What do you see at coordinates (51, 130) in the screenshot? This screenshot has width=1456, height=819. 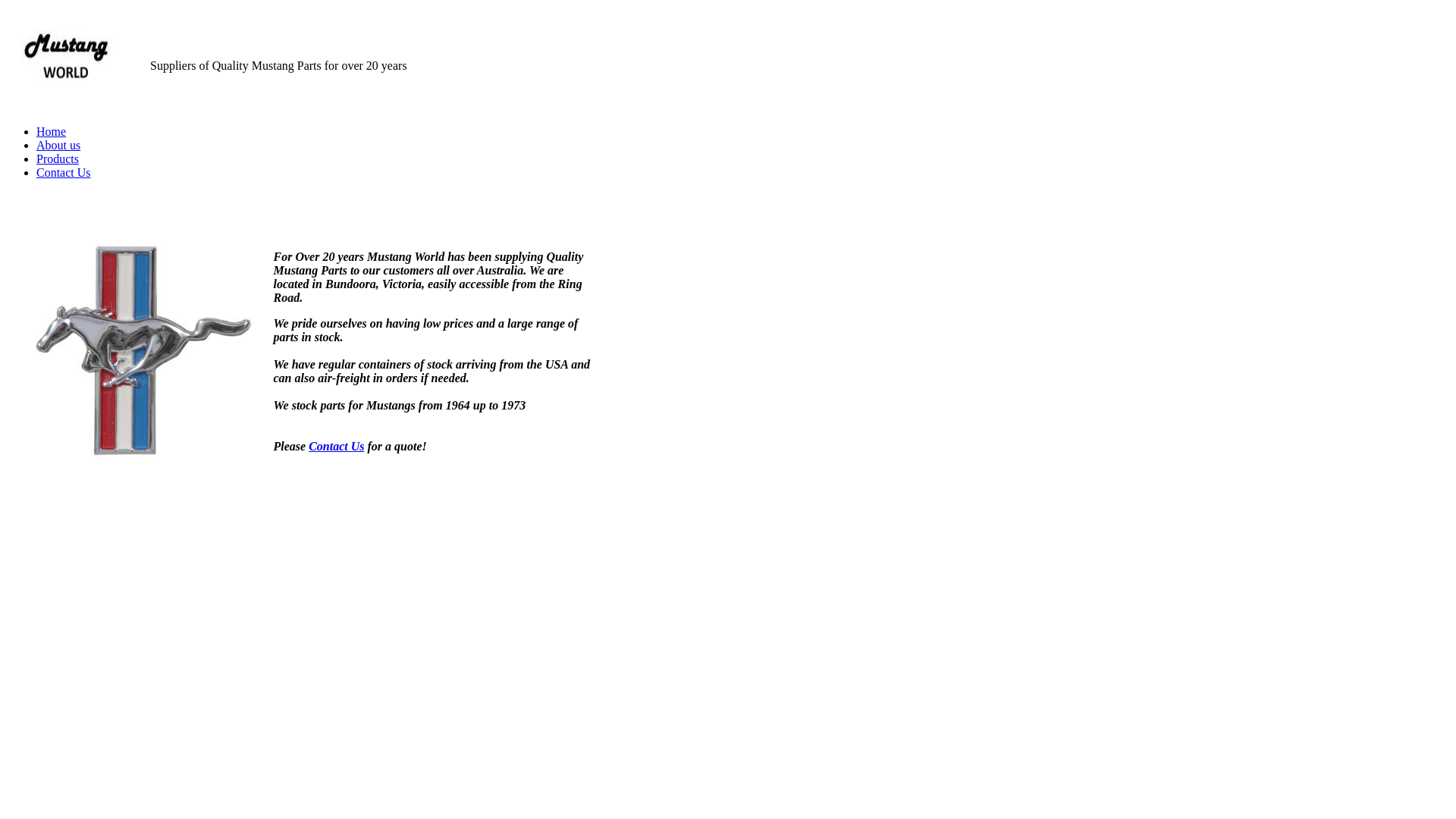 I see `'Home'` at bounding box center [51, 130].